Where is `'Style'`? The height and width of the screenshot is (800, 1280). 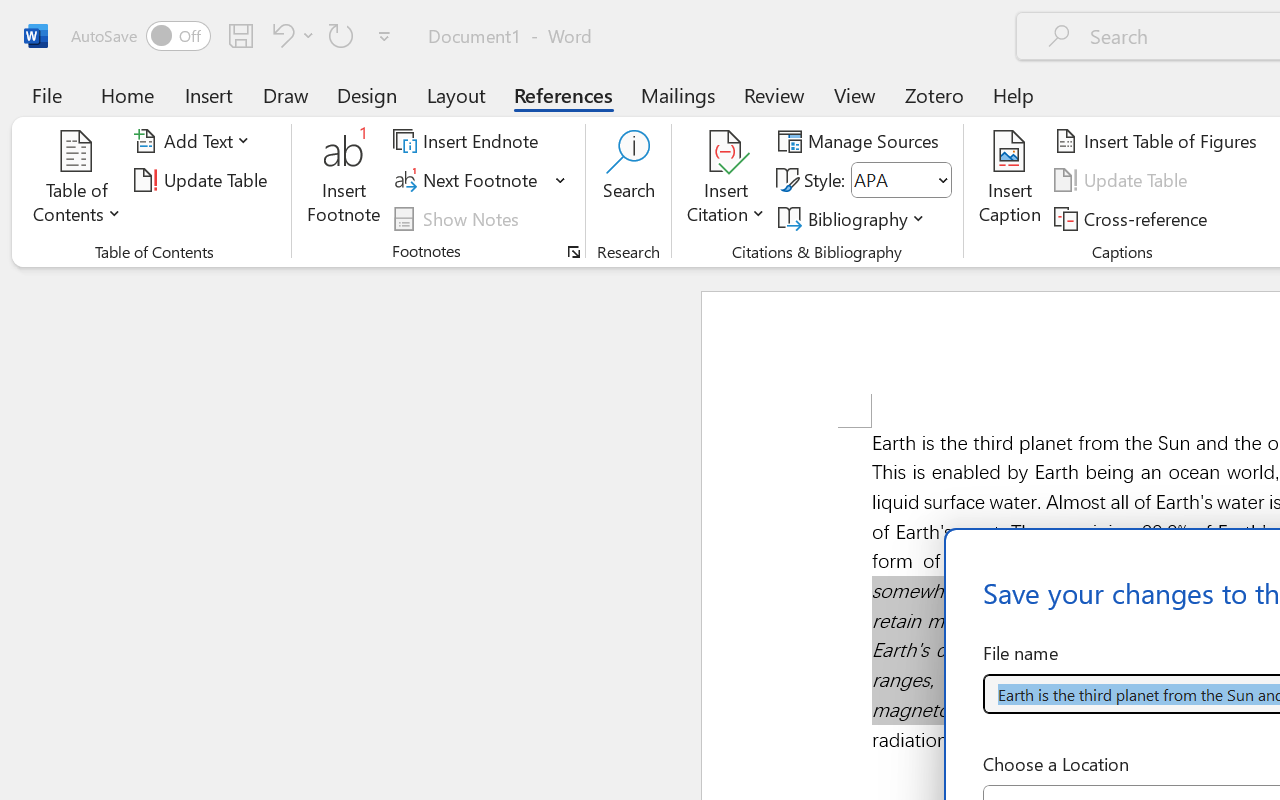 'Style' is located at coordinates (891, 178).